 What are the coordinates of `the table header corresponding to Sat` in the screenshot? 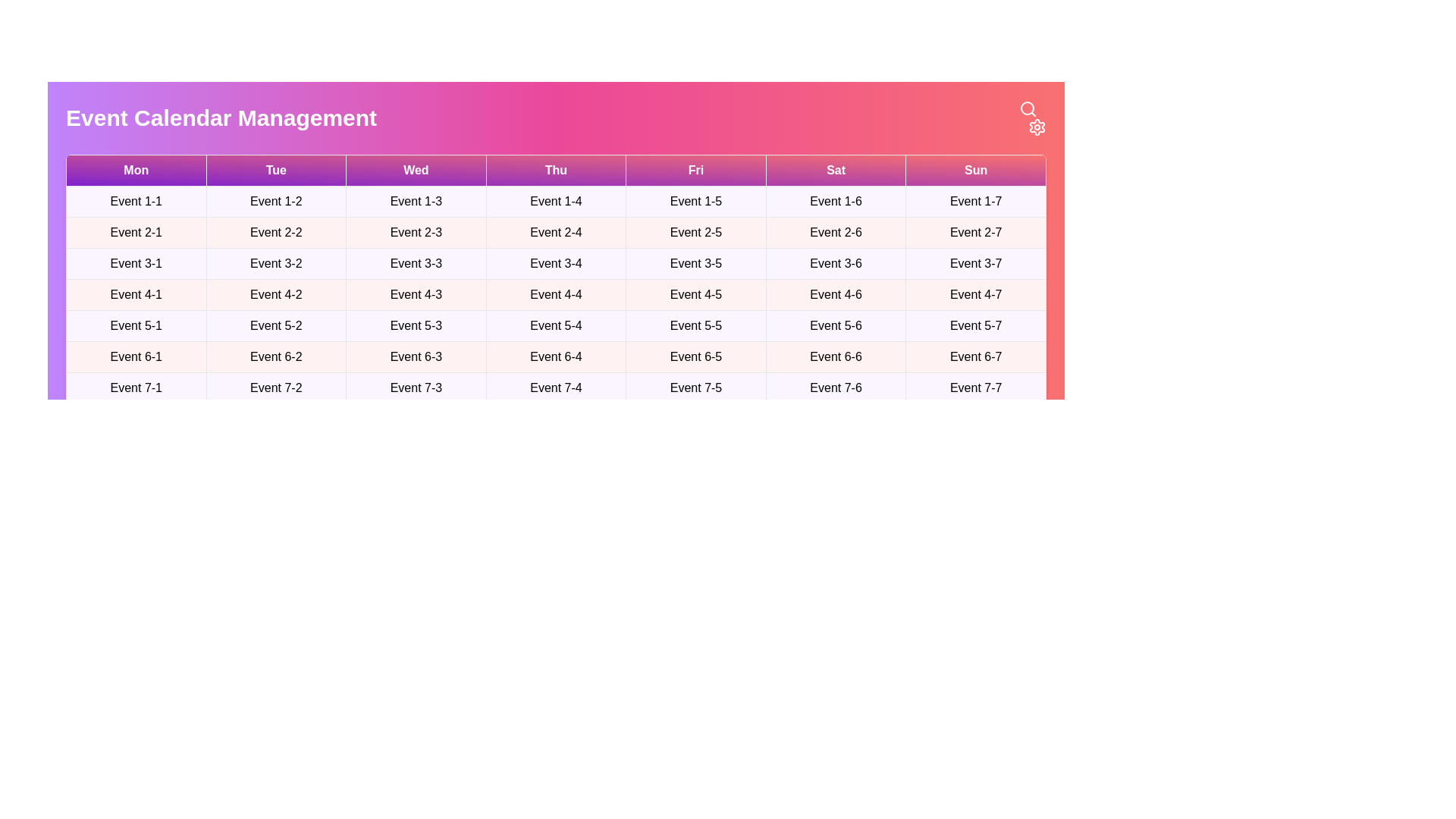 It's located at (835, 170).